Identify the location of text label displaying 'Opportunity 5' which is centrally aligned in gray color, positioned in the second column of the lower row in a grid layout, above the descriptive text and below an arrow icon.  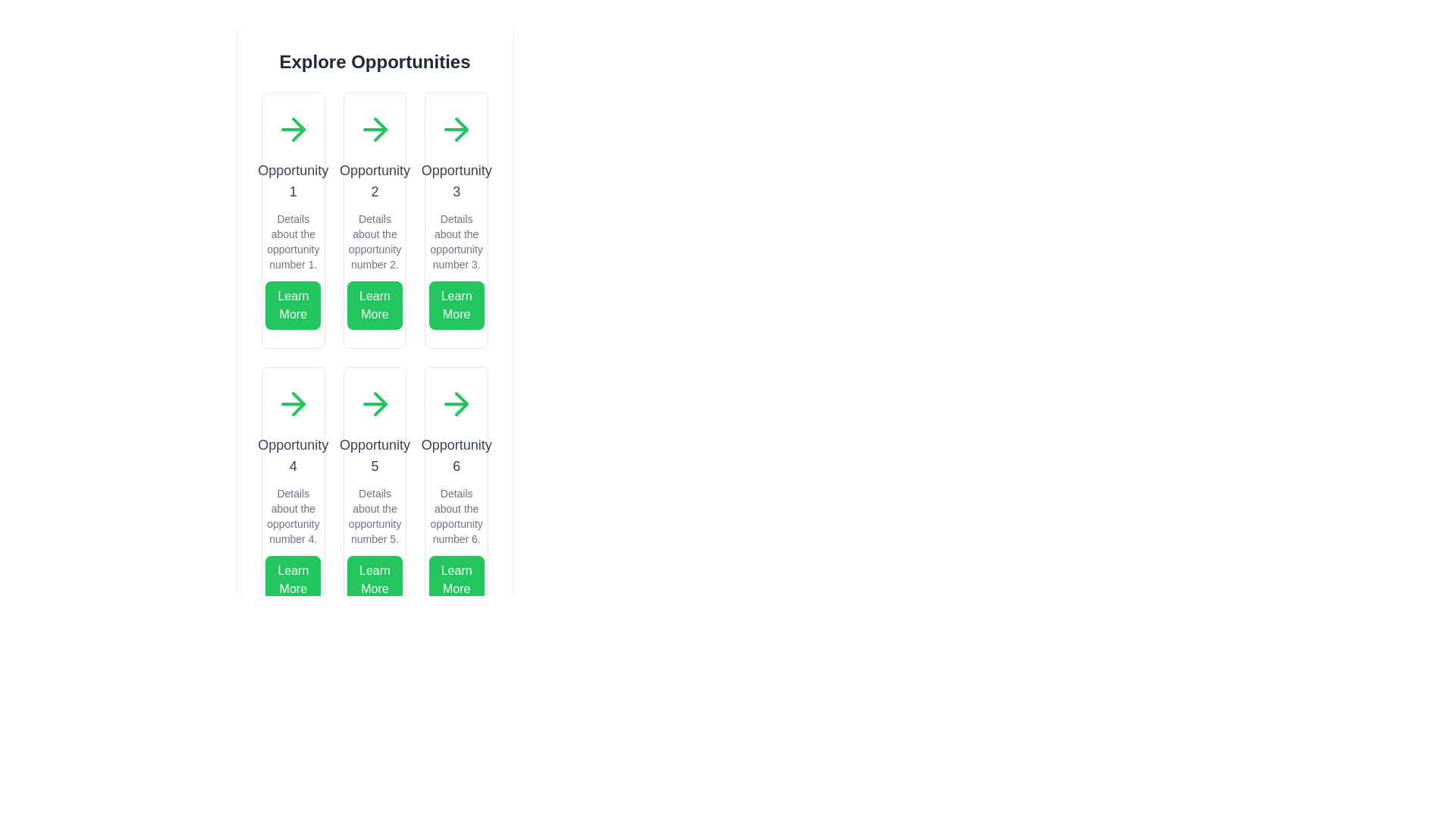
(375, 455).